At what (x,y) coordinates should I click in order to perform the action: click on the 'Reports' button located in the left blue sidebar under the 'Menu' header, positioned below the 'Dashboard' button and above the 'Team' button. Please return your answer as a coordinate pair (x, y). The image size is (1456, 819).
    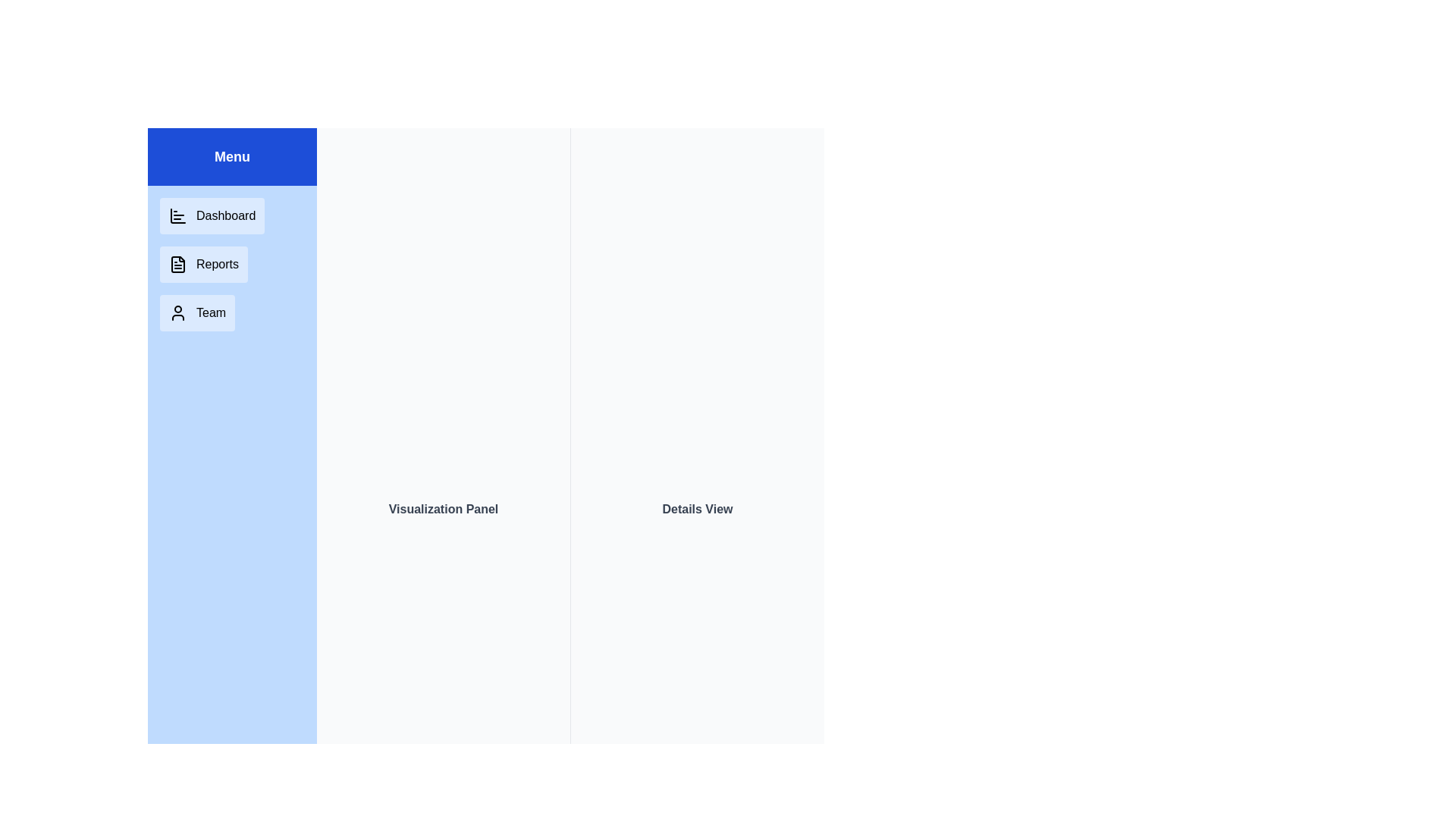
    Looking at the image, I should click on (202, 263).